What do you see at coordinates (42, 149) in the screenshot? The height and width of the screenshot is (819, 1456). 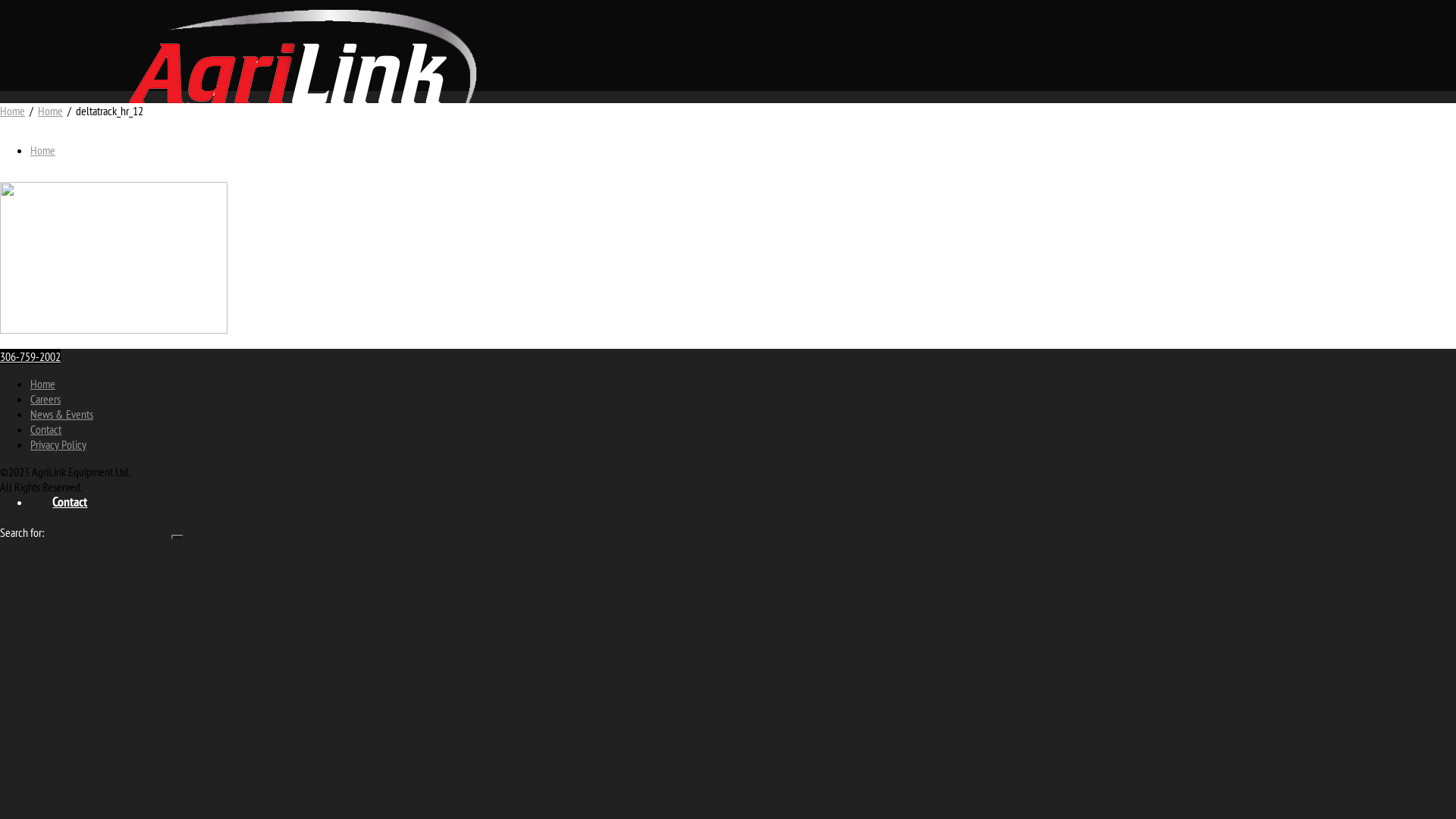 I see `'Home'` at bounding box center [42, 149].